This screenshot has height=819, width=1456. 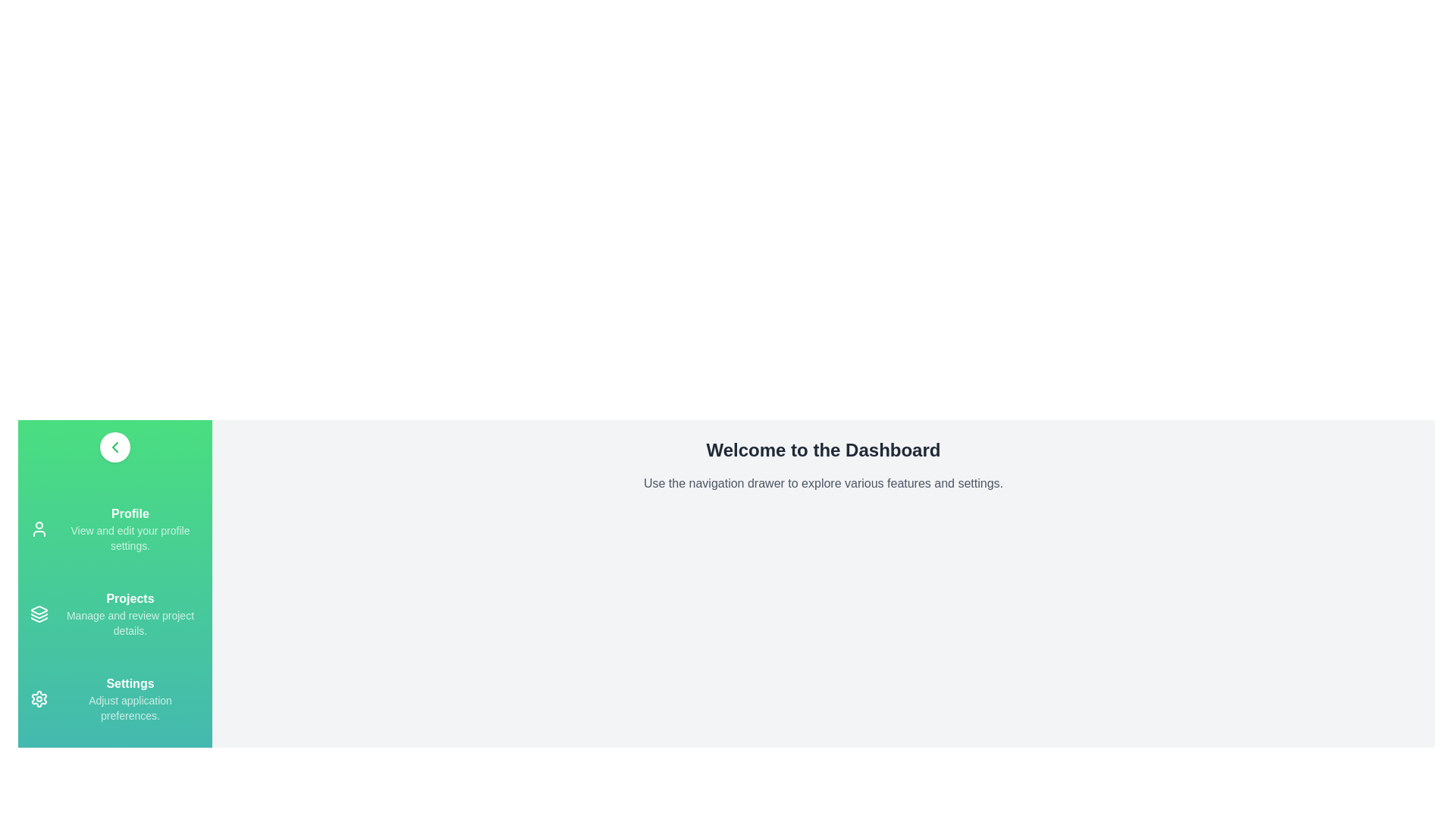 I want to click on the menu item Projects from the navigation drawer, so click(x=115, y=614).